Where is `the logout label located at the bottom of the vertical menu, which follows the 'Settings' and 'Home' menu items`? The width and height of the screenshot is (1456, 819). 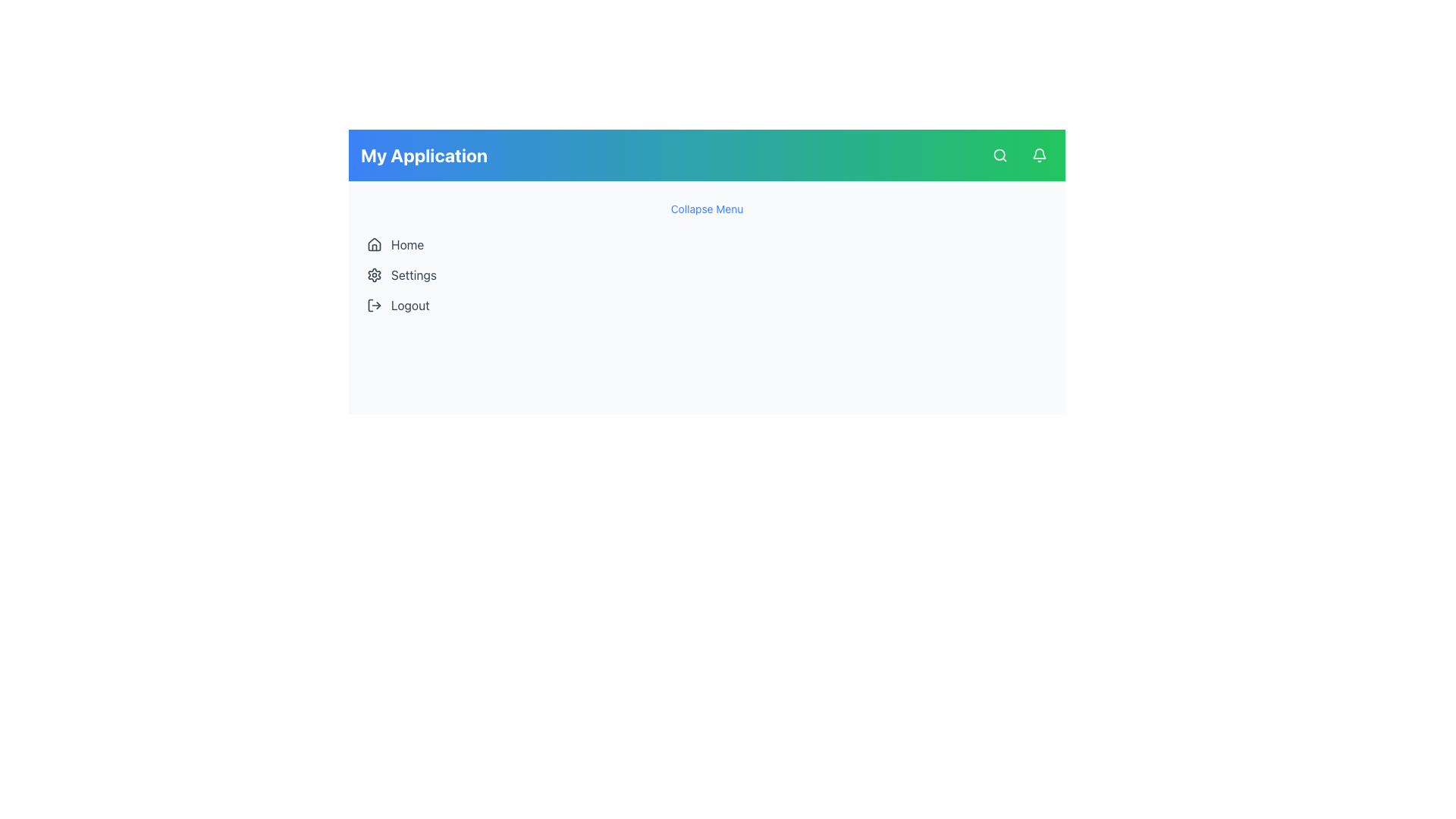
the logout label located at the bottom of the vertical menu, which follows the 'Settings' and 'Home' menu items is located at coordinates (410, 305).